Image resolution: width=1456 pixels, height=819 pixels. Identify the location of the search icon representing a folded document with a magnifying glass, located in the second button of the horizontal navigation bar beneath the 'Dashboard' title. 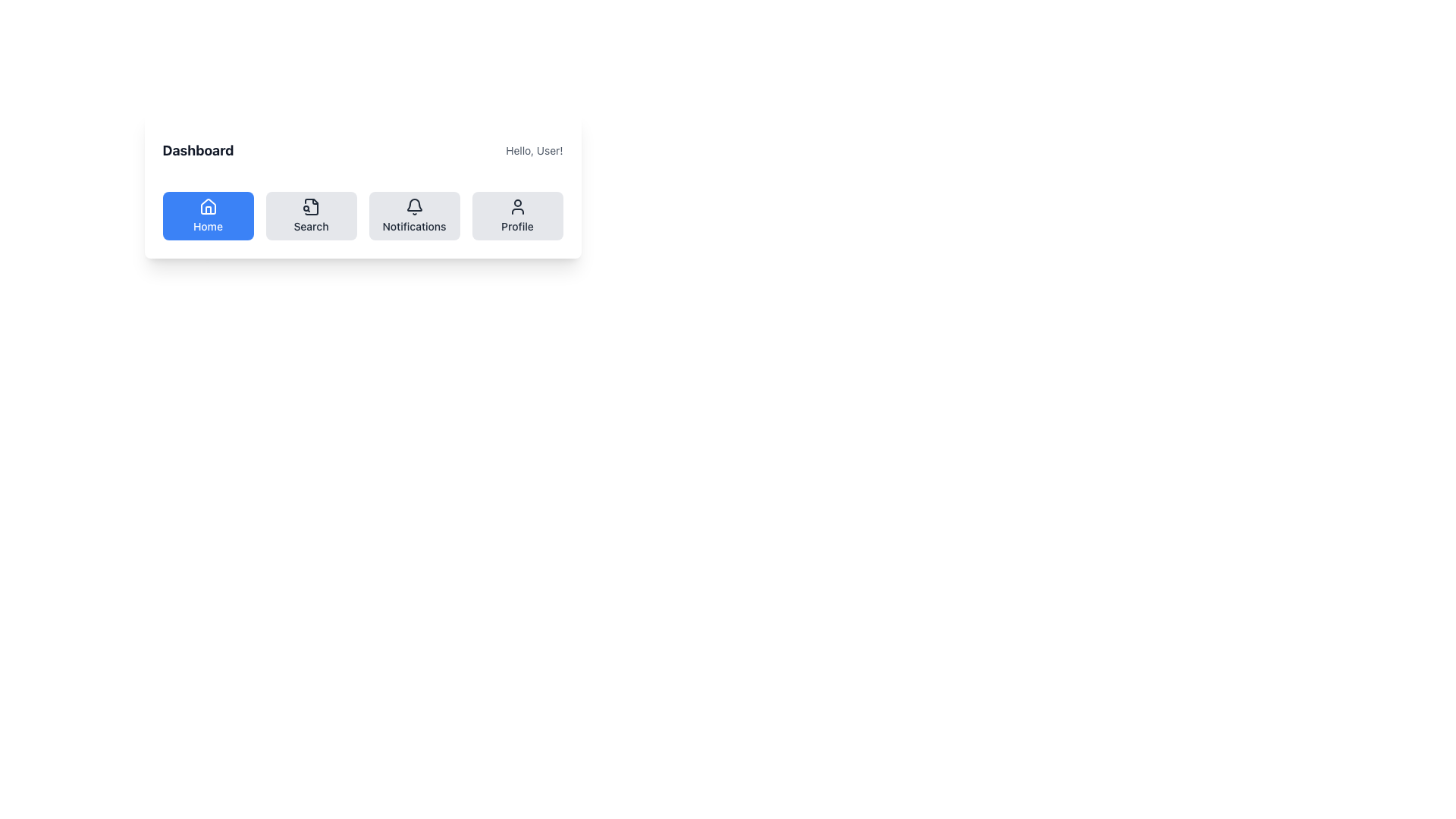
(310, 207).